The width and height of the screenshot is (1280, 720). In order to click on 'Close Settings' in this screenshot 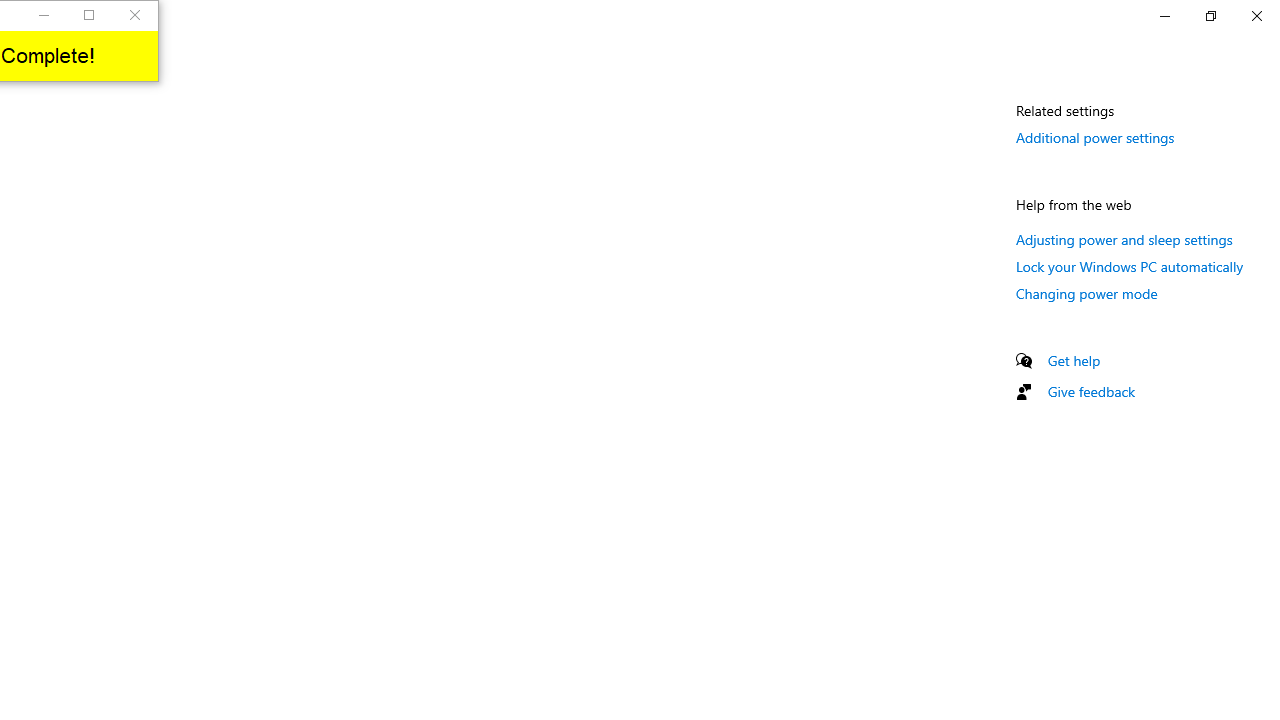, I will do `click(1255, 15)`.